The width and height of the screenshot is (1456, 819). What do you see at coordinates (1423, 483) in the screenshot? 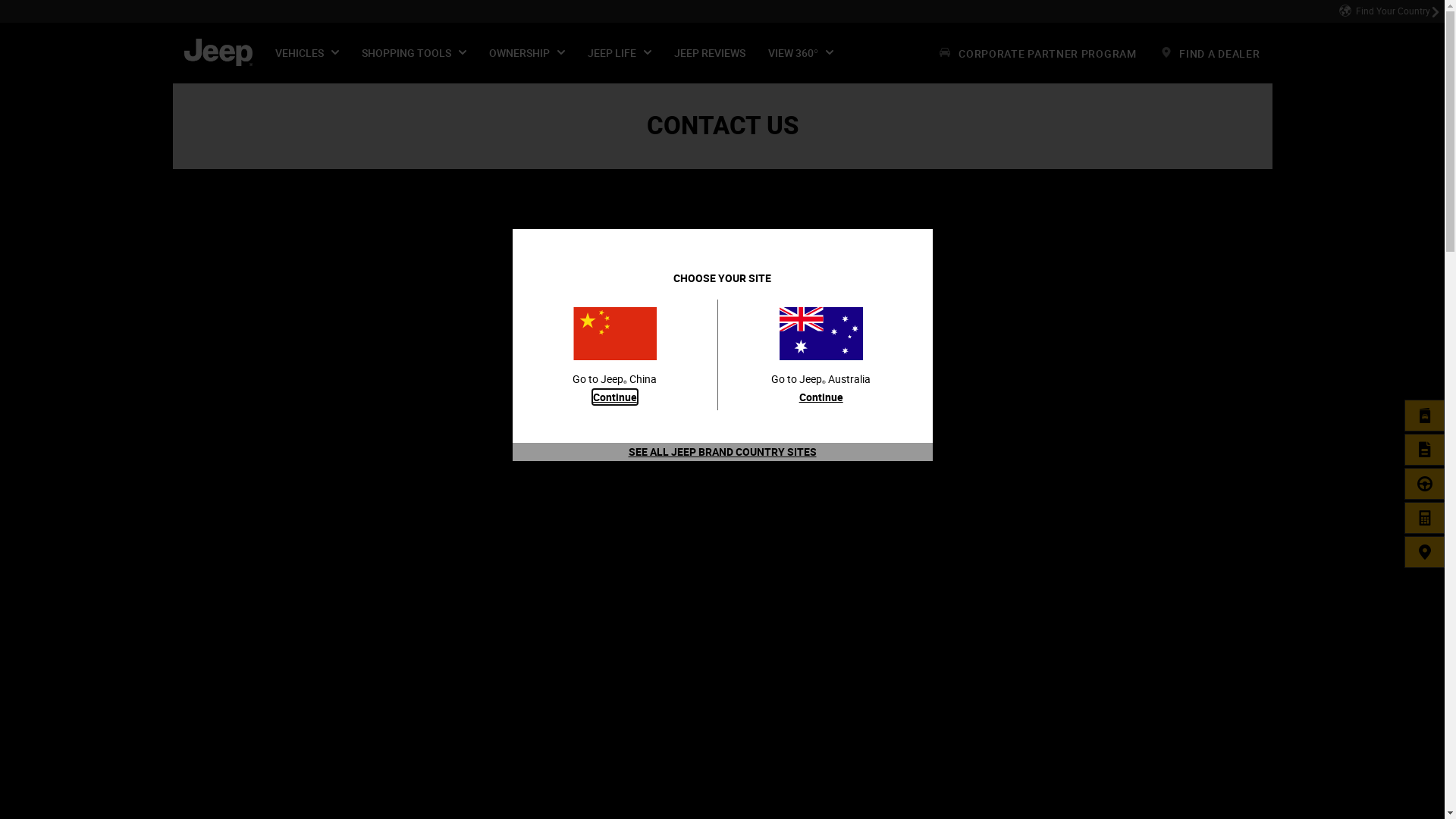
I see `'TEST DRIVE'` at bounding box center [1423, 483].